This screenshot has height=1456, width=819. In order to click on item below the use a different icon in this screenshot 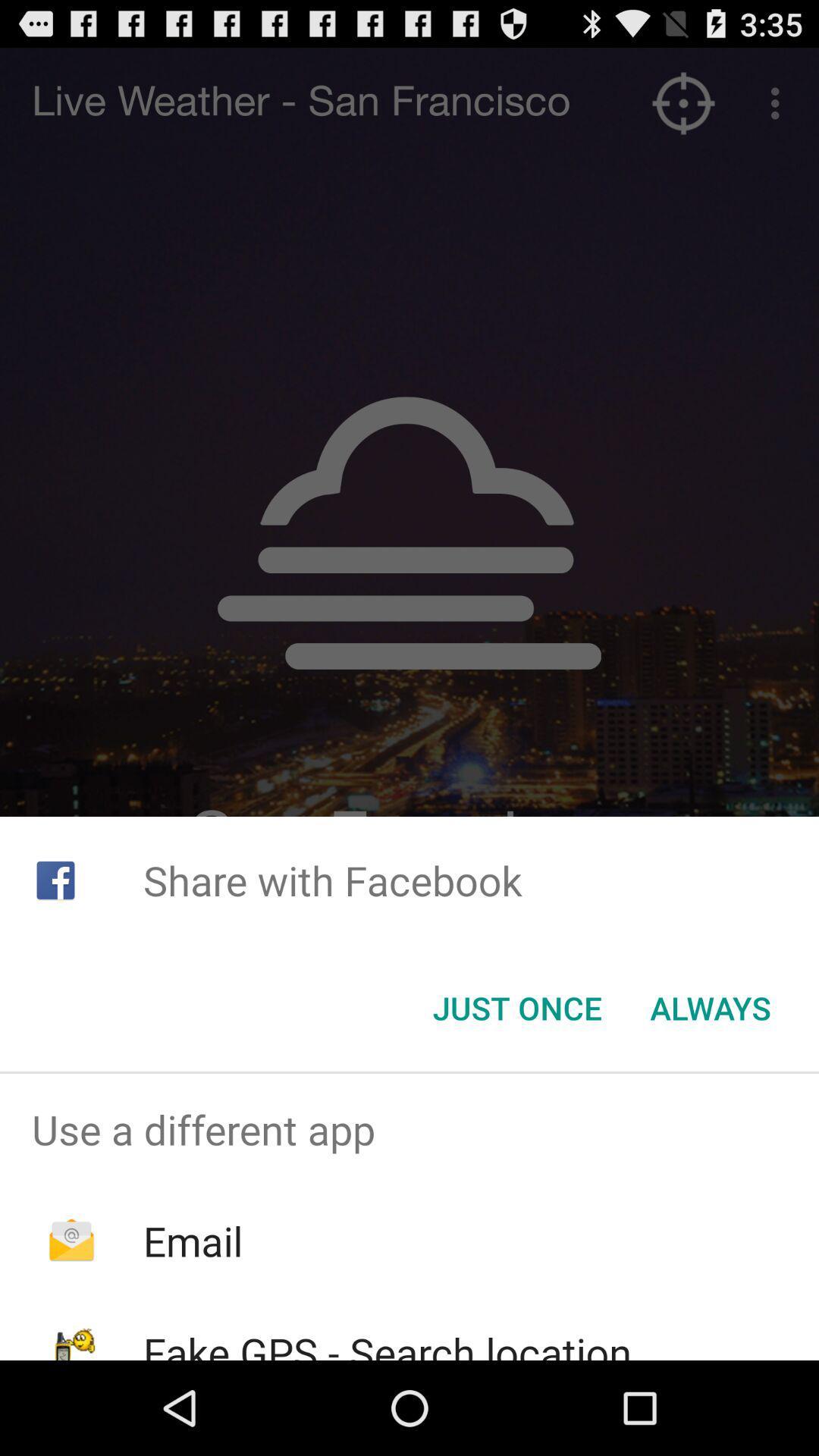, I will do `click(192, 1241)`.